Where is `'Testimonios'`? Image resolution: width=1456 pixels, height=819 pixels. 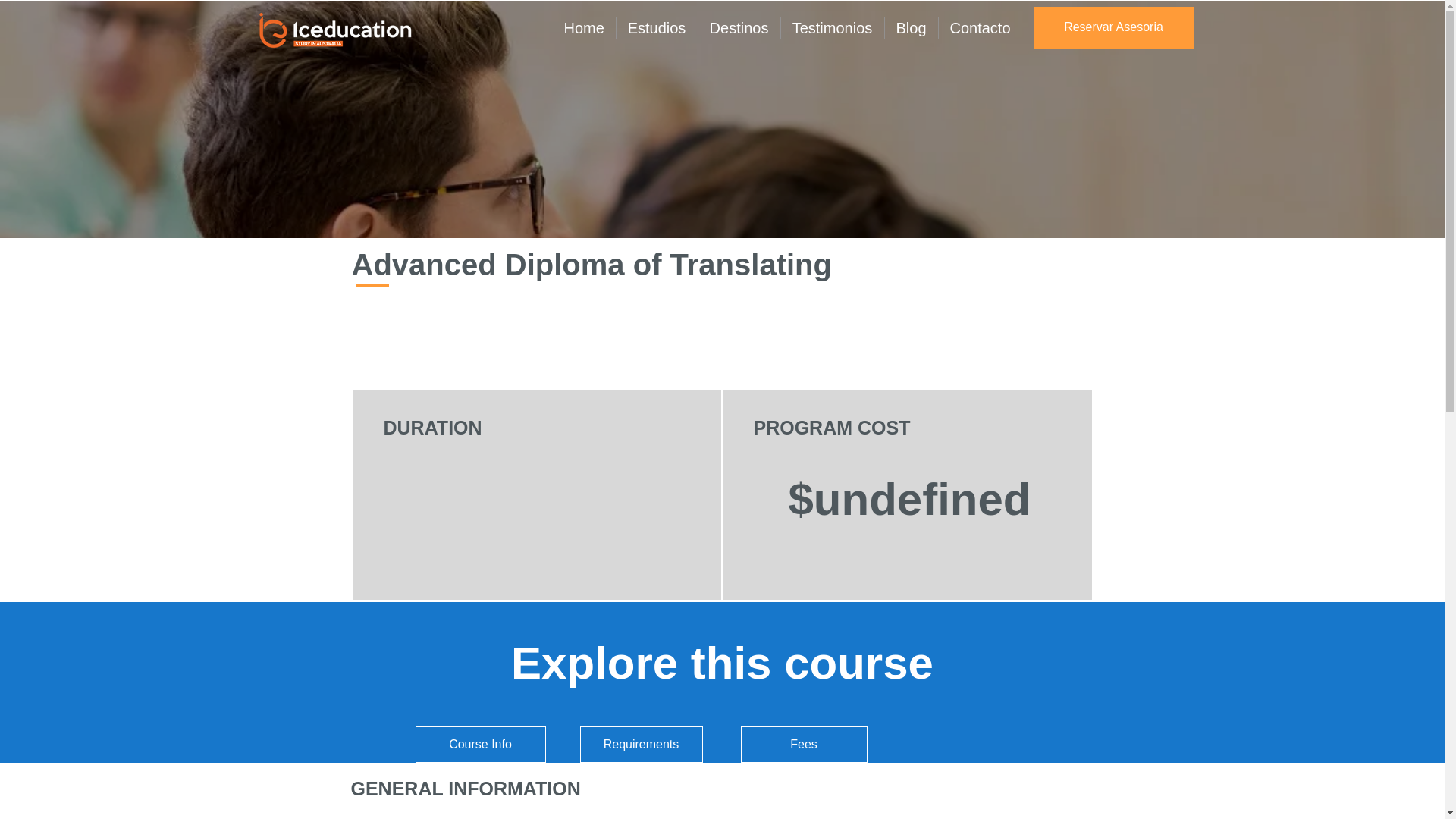 'Testimonios' is located at coordinates (832, 28).